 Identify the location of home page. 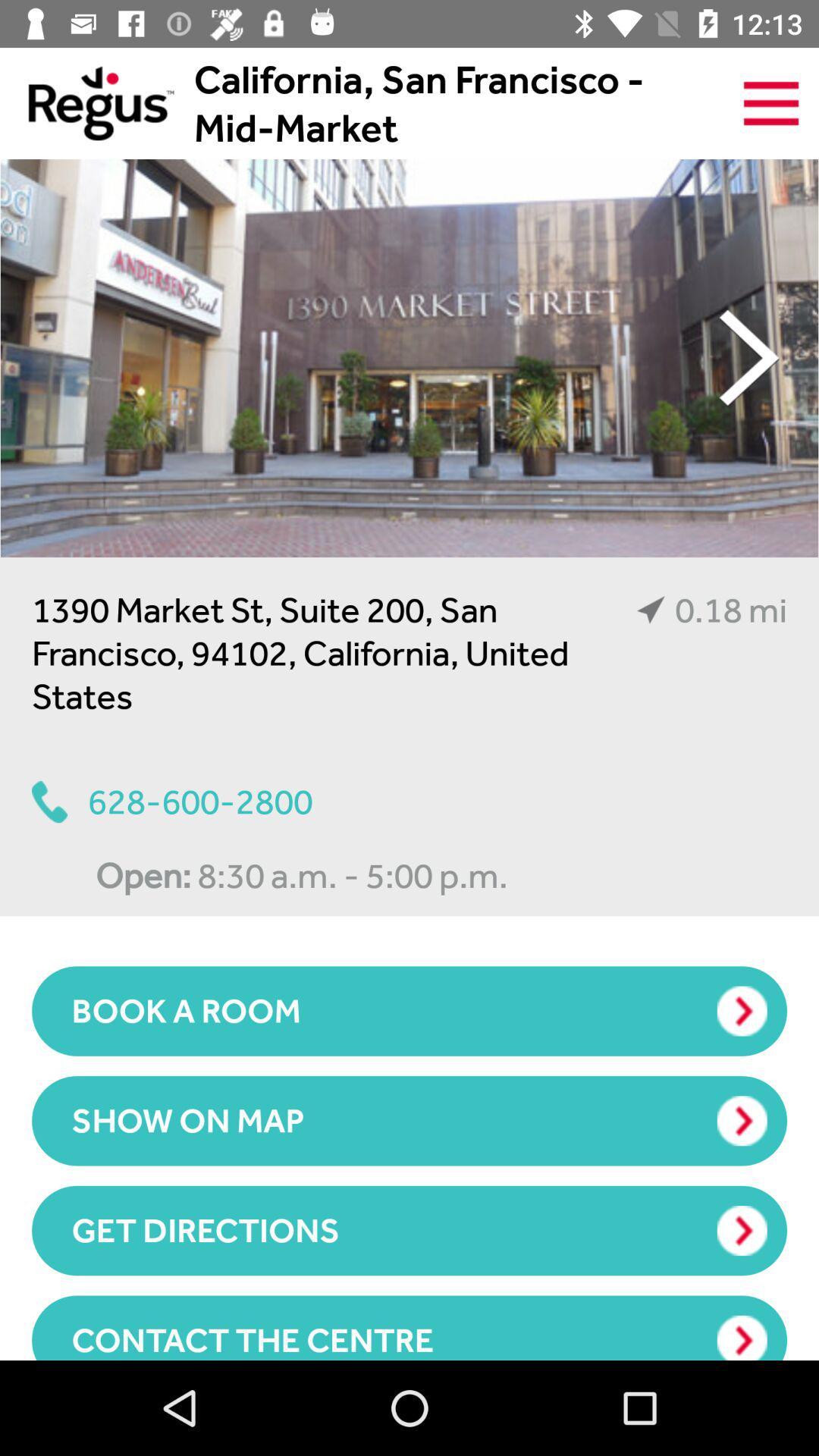
(86, 102).